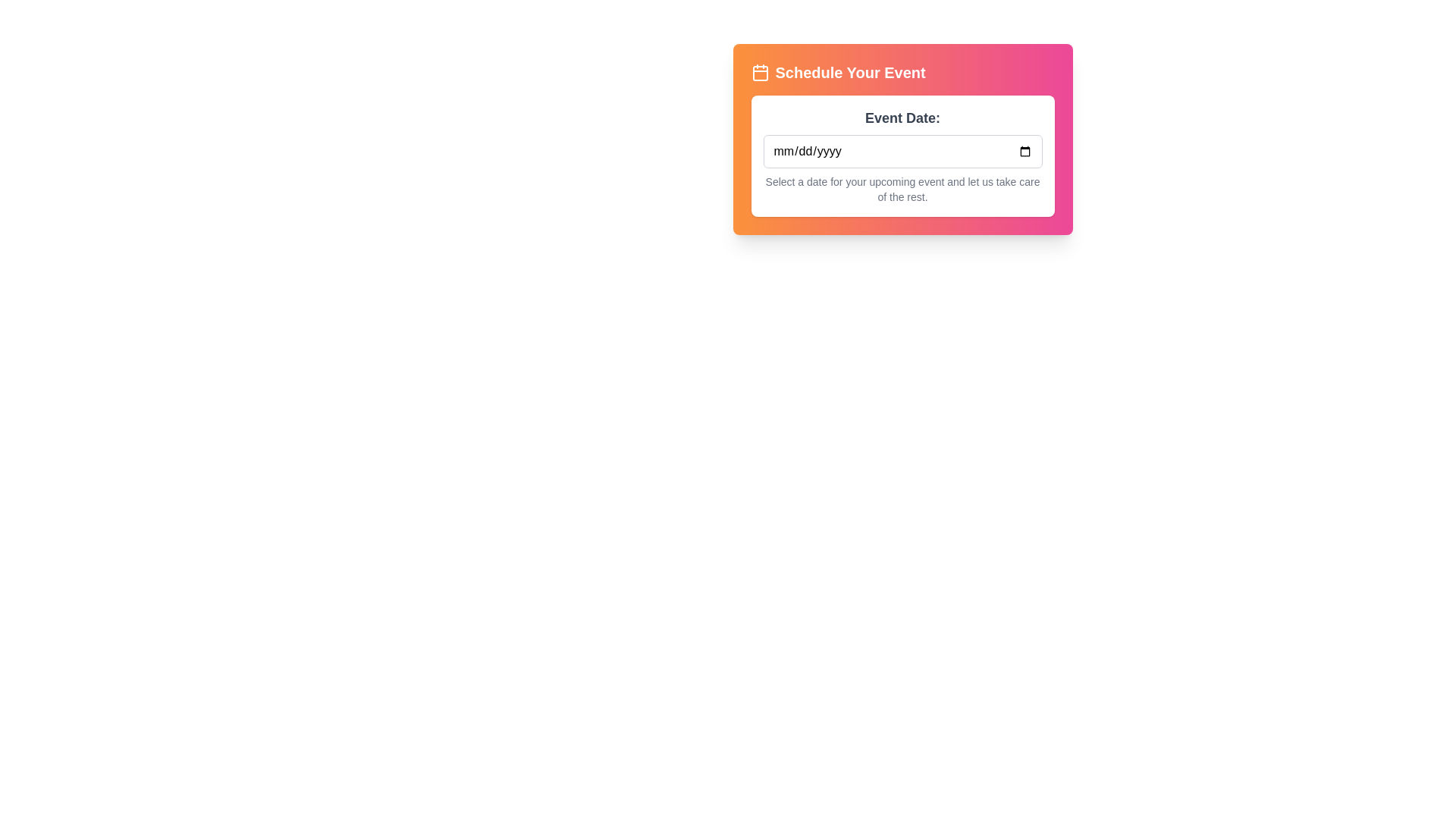  Describe the element at coordinates (902, 189) in the screenshot. I see `the Text Label, which is a small, light gray informational string located at the bottom of a card interface, directly beneath the date input field` at that location.